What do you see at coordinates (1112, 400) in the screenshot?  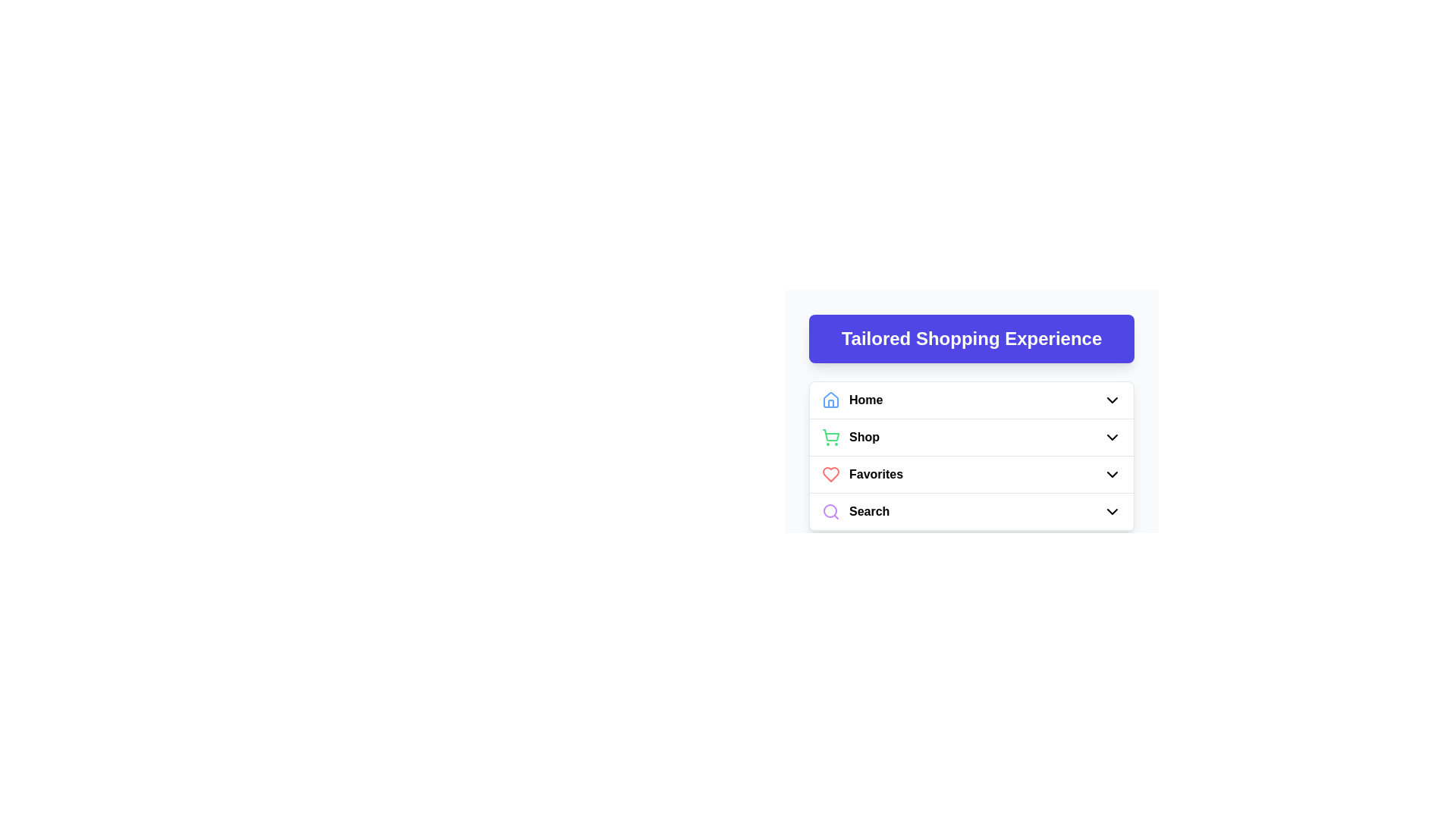 I see `the chevron-down style icon located at the far right of the 'Home' row in the list` at bounding box center [1112, 400].